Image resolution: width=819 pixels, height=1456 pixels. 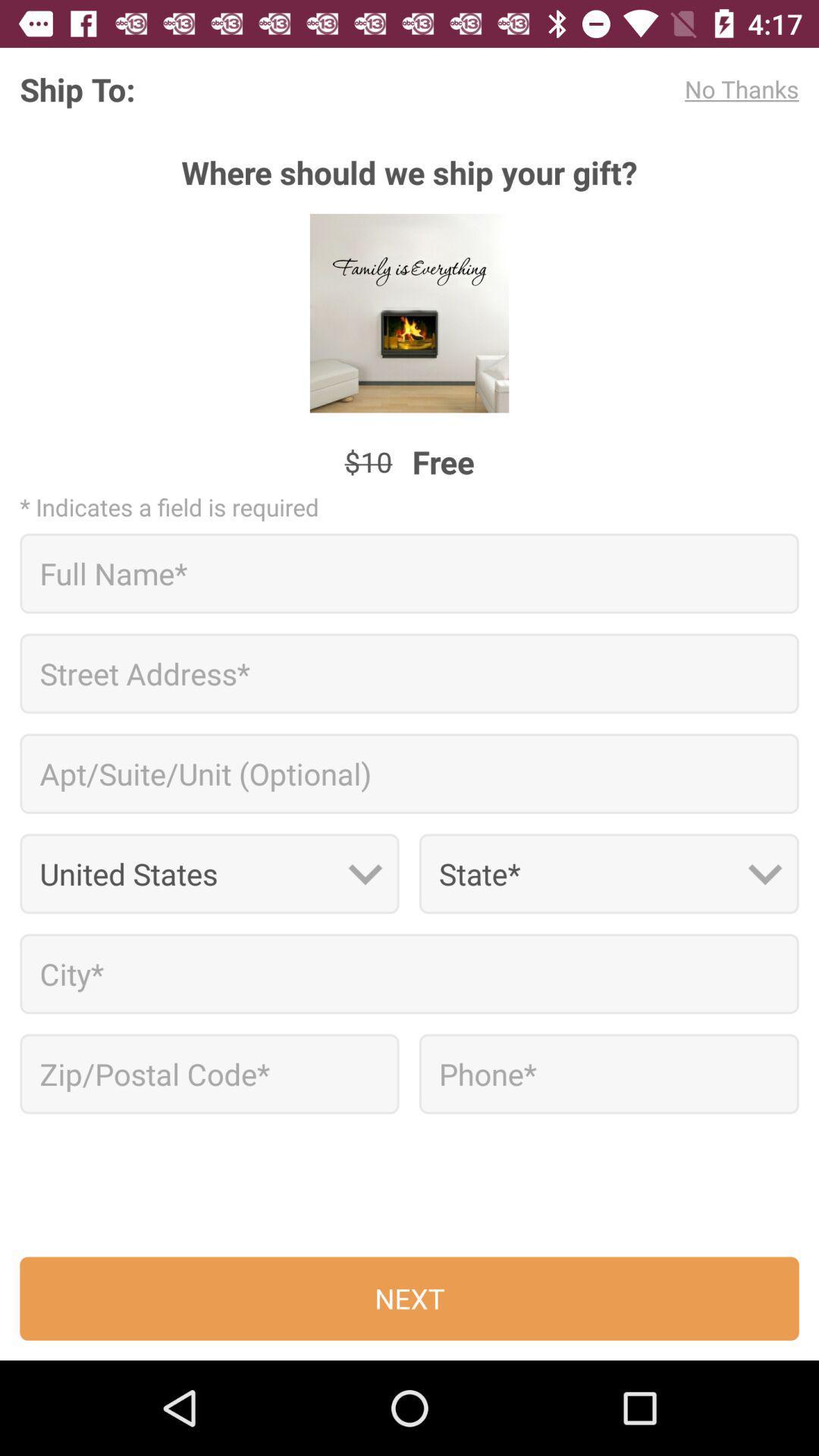 What do you see at coordinates (209, 874) in the screenshot?
I see `the country text field left next to state text field` at bounding box center [209, 874].